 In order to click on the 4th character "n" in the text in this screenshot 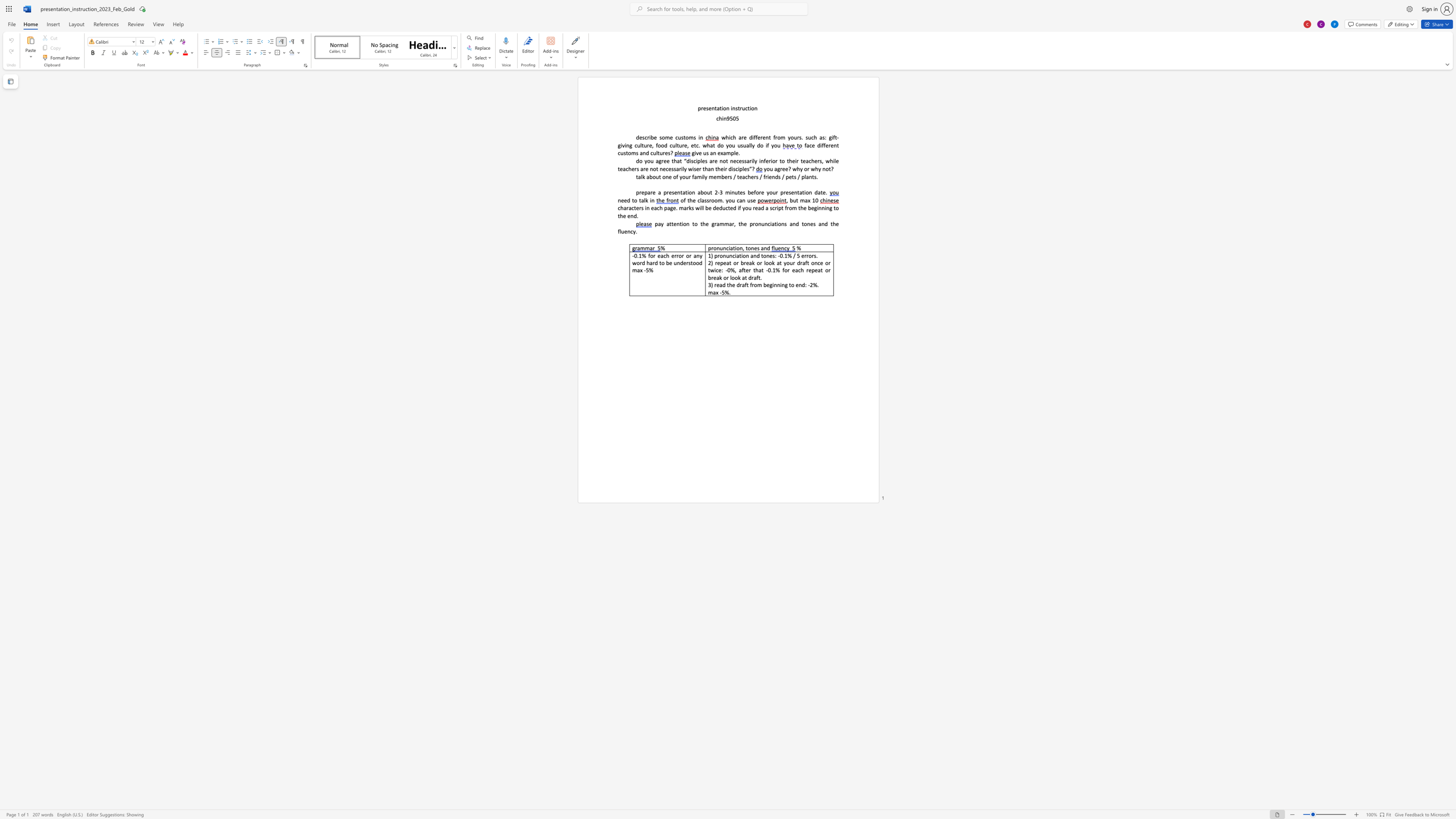, I will do `click(755, 108)`.